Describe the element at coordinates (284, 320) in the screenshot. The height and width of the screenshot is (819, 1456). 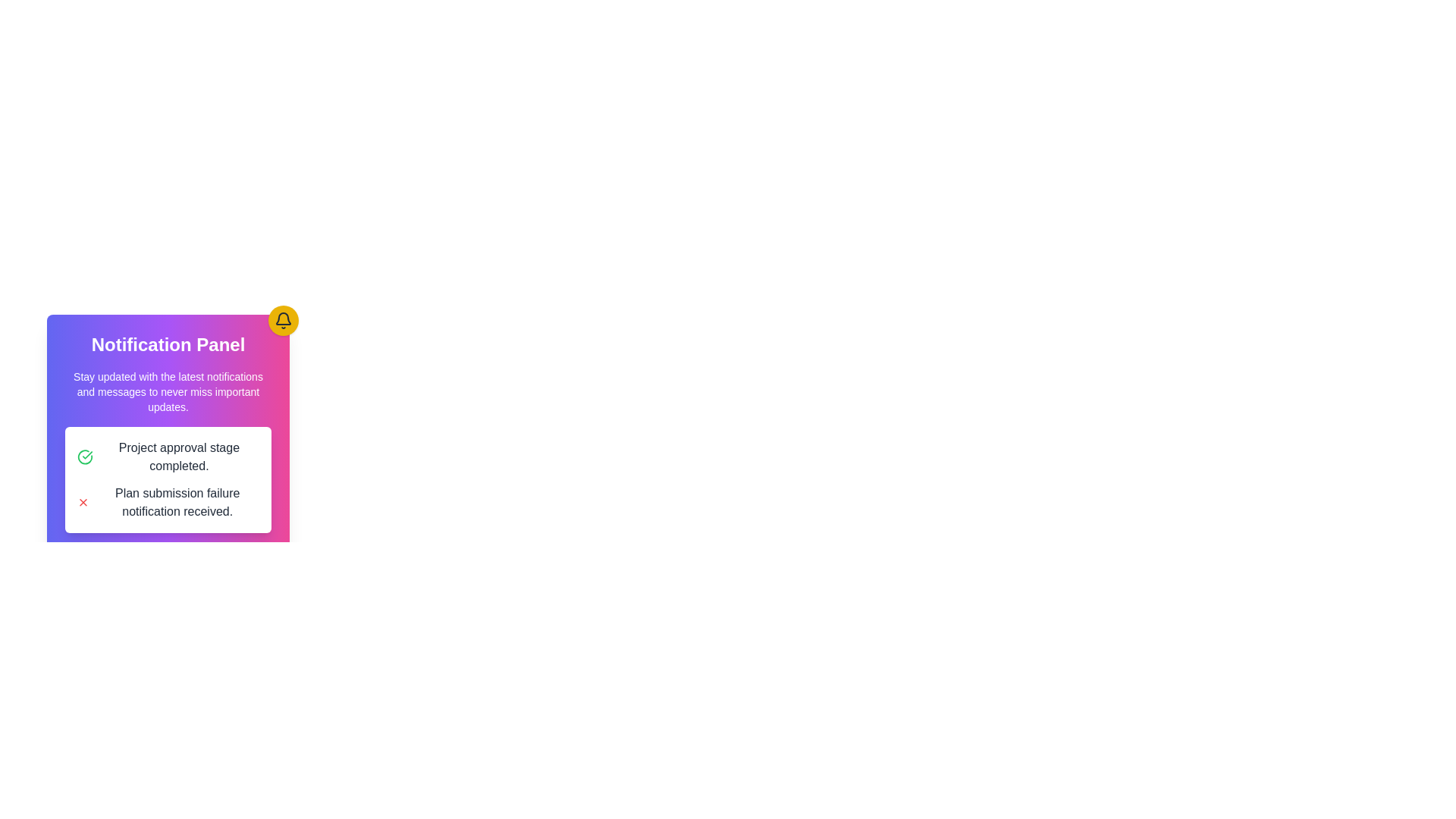
I see `the circular yellow badge with a black bell icon located at the top-right corner of the notification panel` at that location.